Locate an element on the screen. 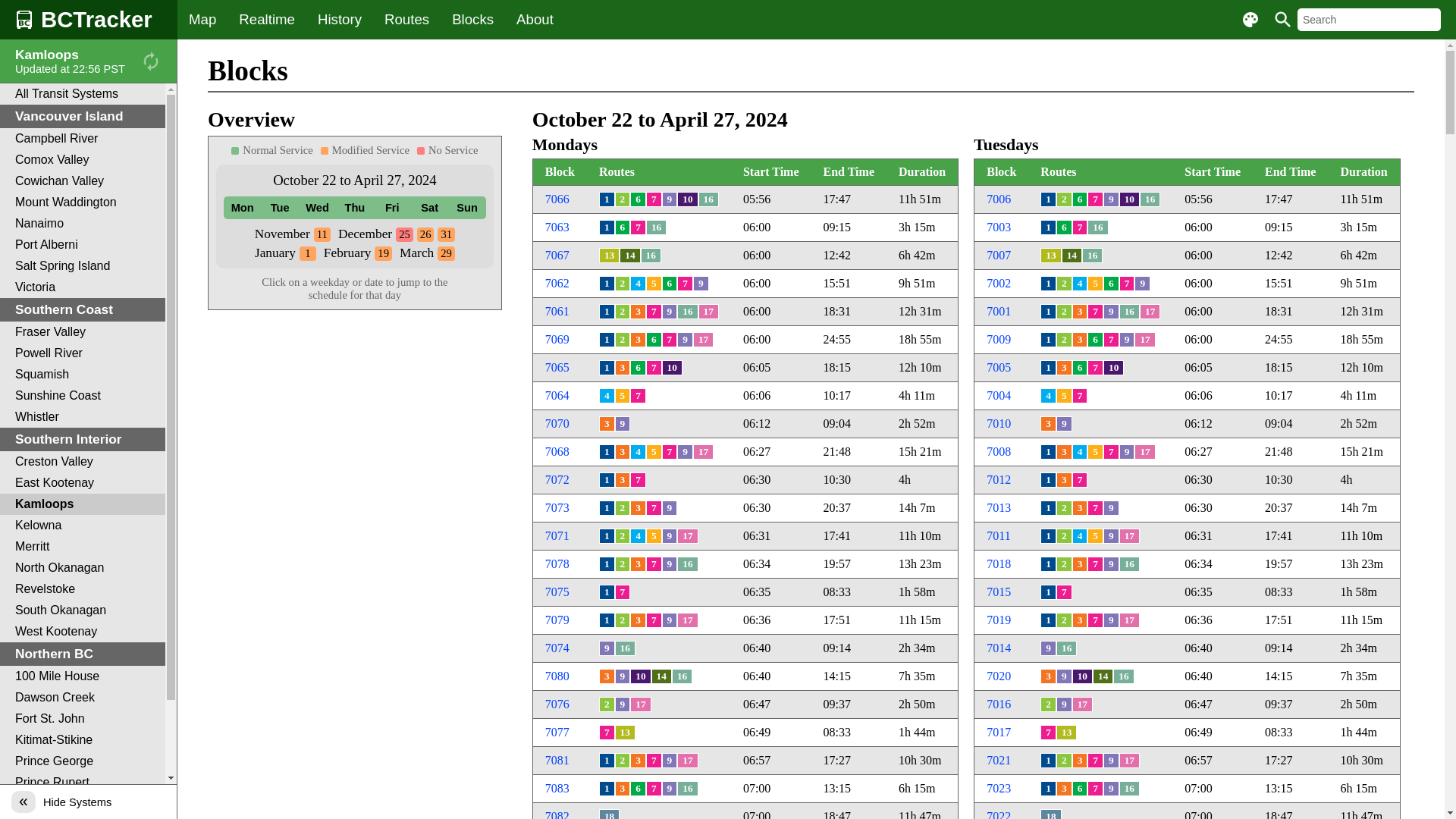  '16' is located at coordinates (1150, 198).